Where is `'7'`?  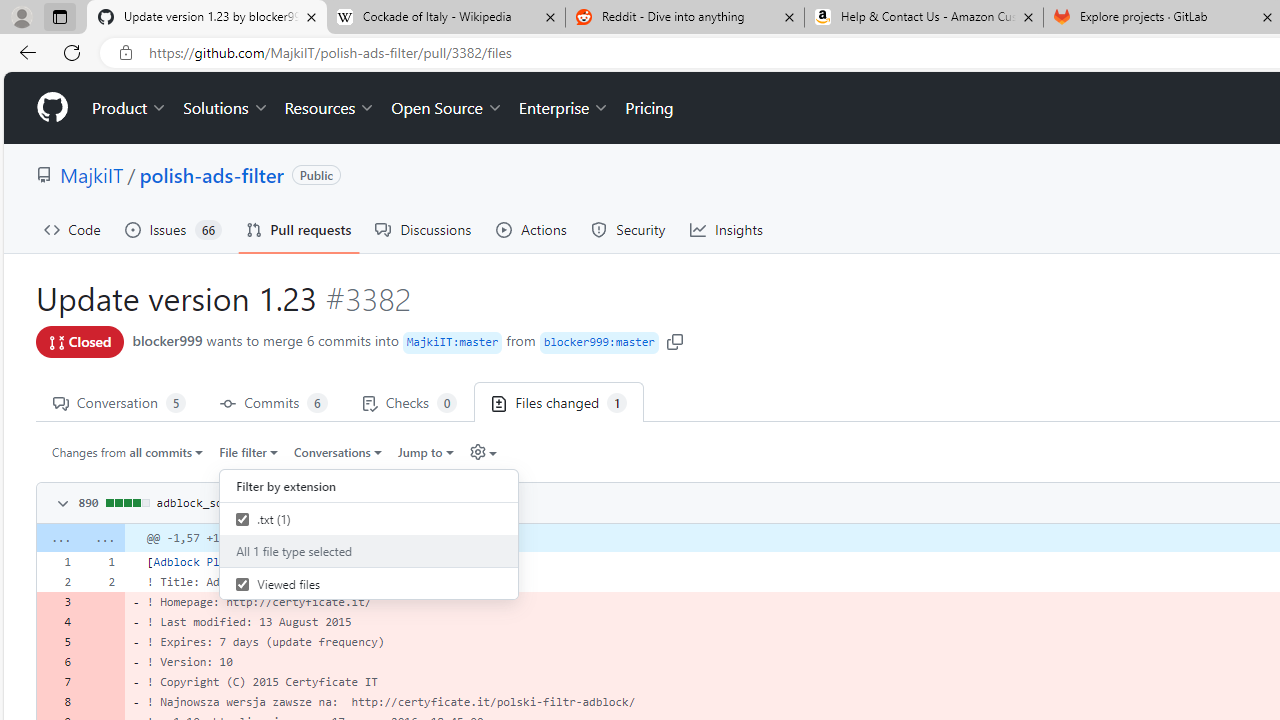
'7' is located at coordinates (58, 680).